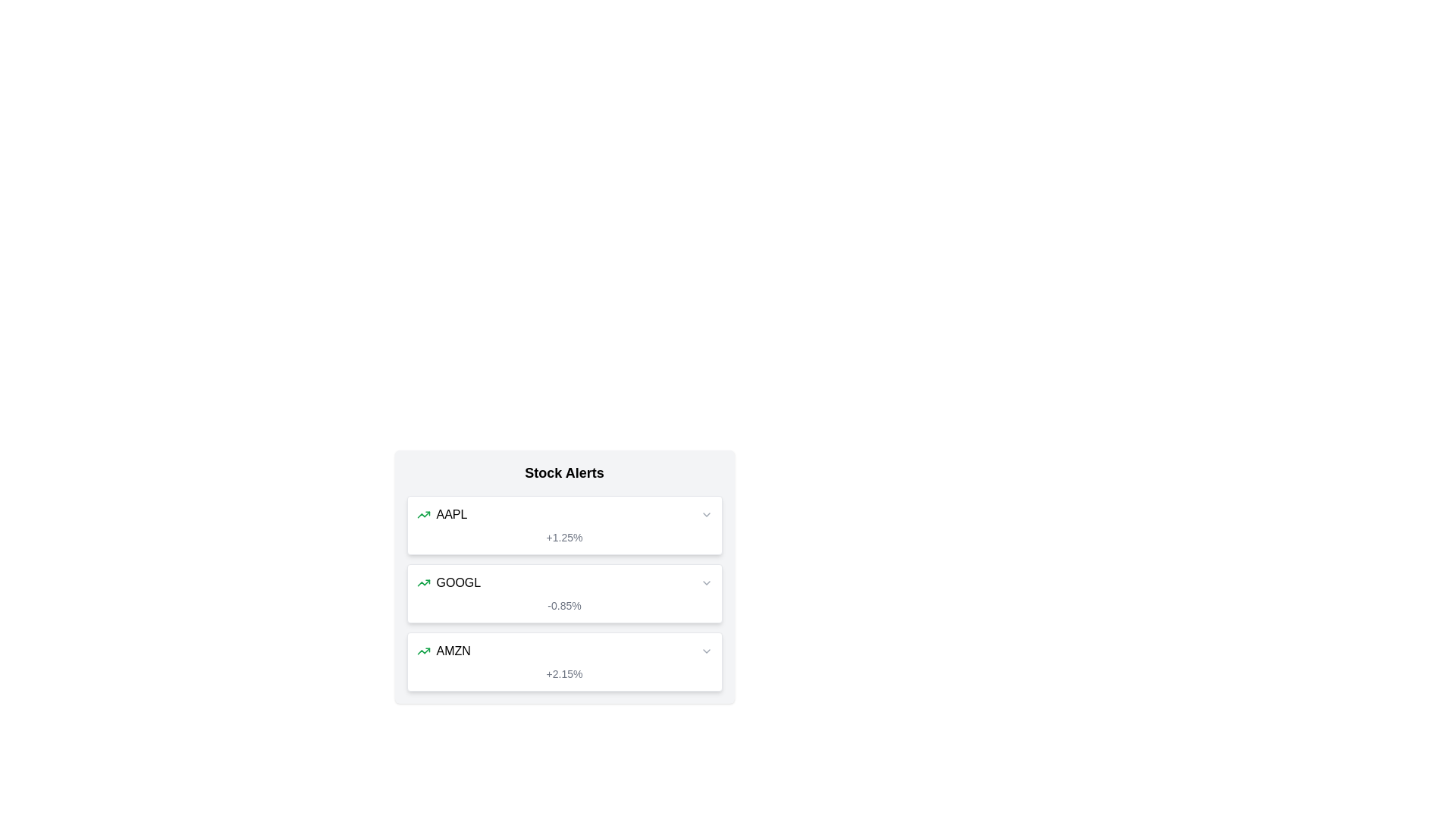 This screenshot has height=819, width=1456. What do you see at coordinates (563, 593) in the screenshot?
I see `the information display card showing the stock alert for GOOGL with a performance change of -0.85%, located as the second card in the list of stock alerts` at bounding box center [563, 593].